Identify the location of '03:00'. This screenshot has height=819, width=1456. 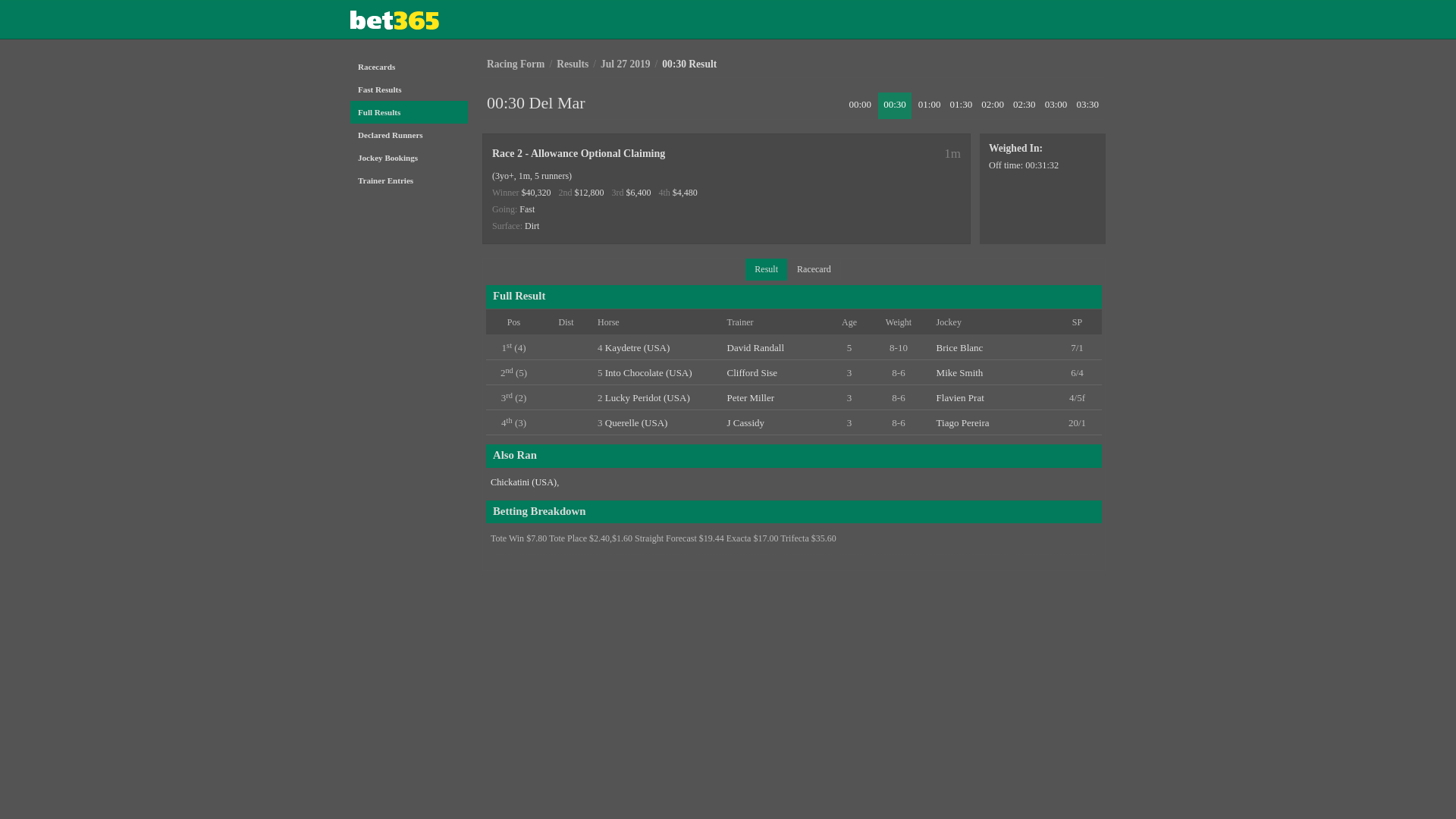
(1055, 105).